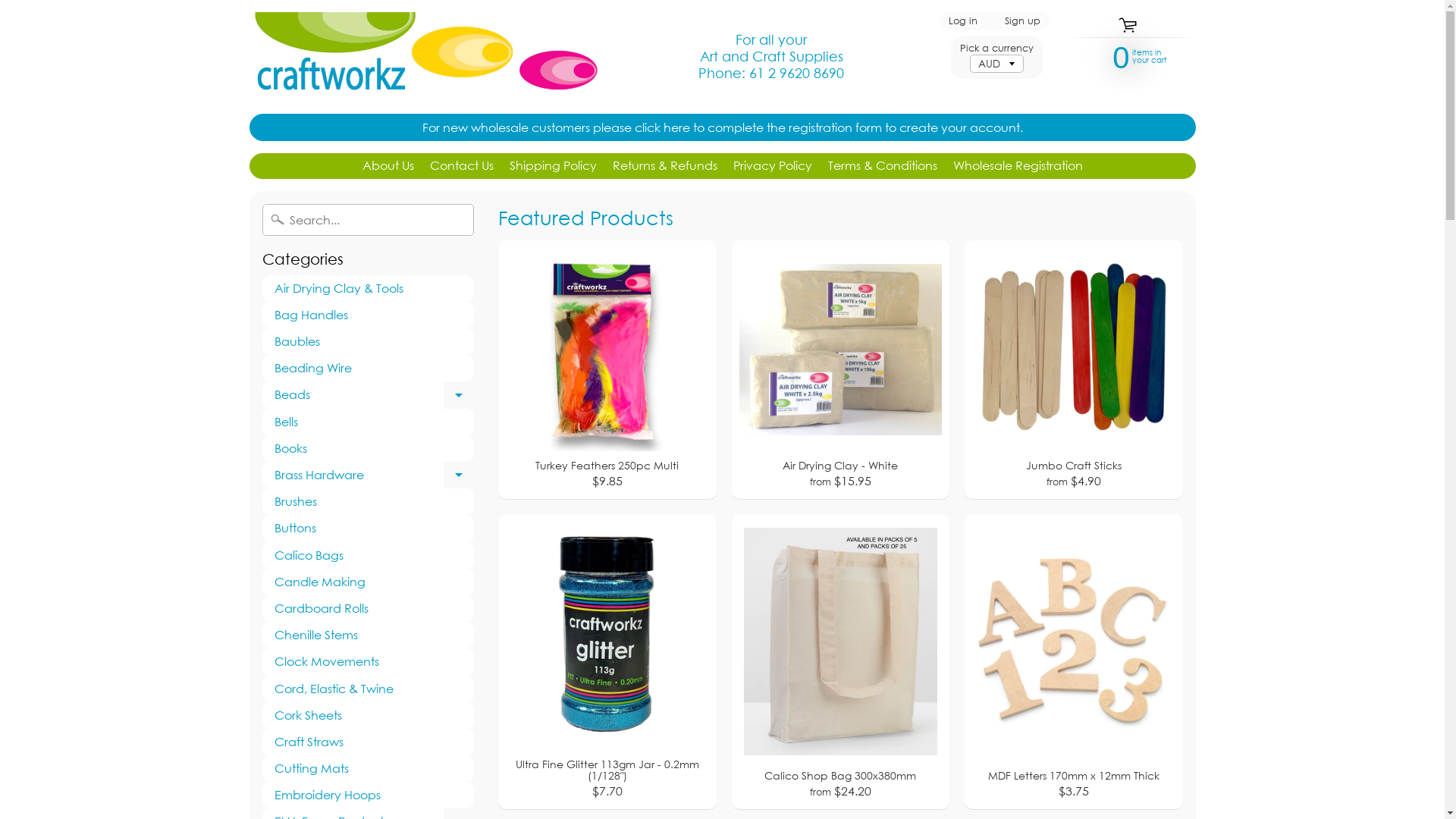  I want to click on 'Books', so click(368, 447).